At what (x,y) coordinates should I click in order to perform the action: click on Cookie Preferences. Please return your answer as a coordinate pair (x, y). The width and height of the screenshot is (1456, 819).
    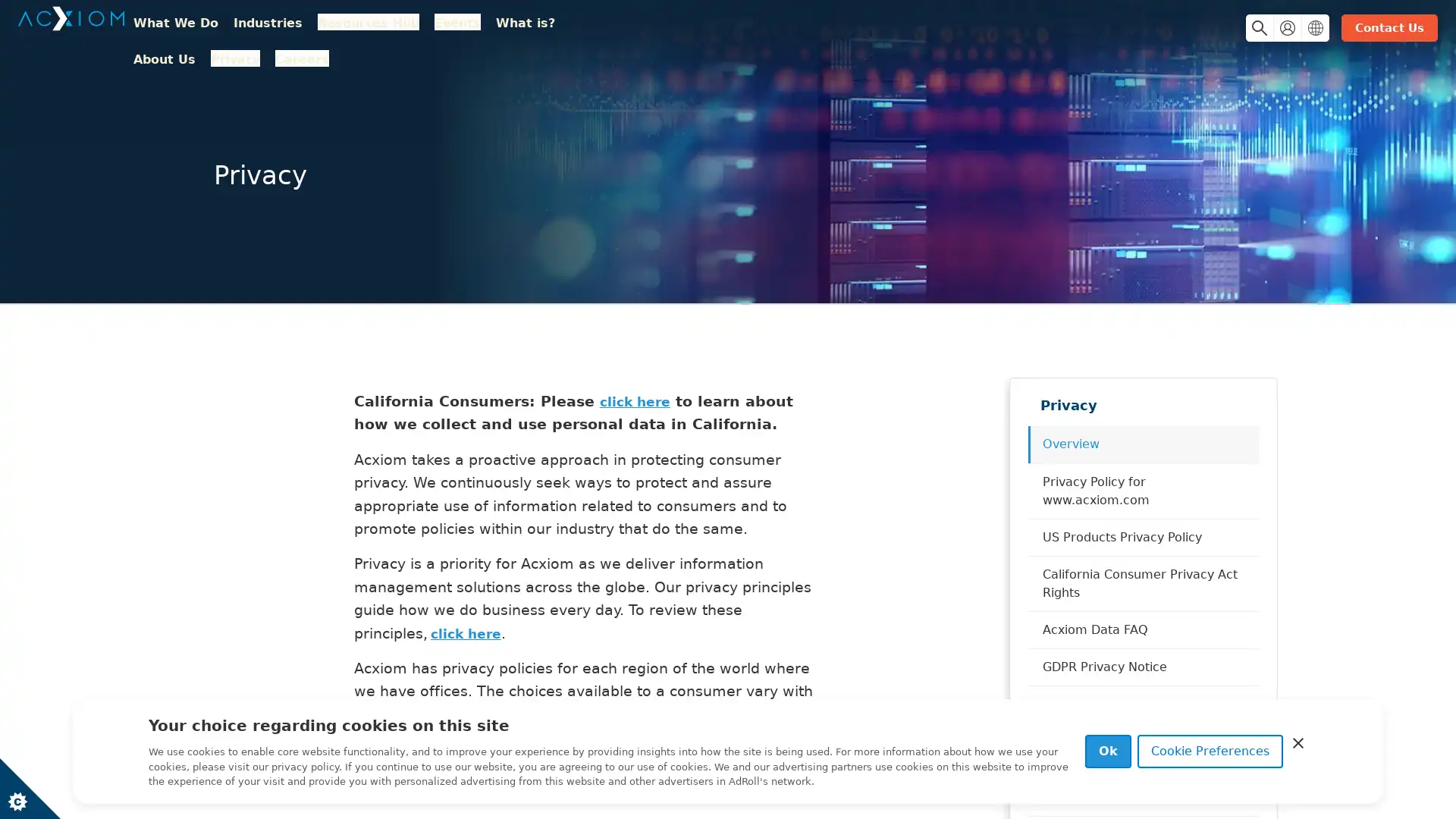
    Looking at the image, I should click on (1210, 752).